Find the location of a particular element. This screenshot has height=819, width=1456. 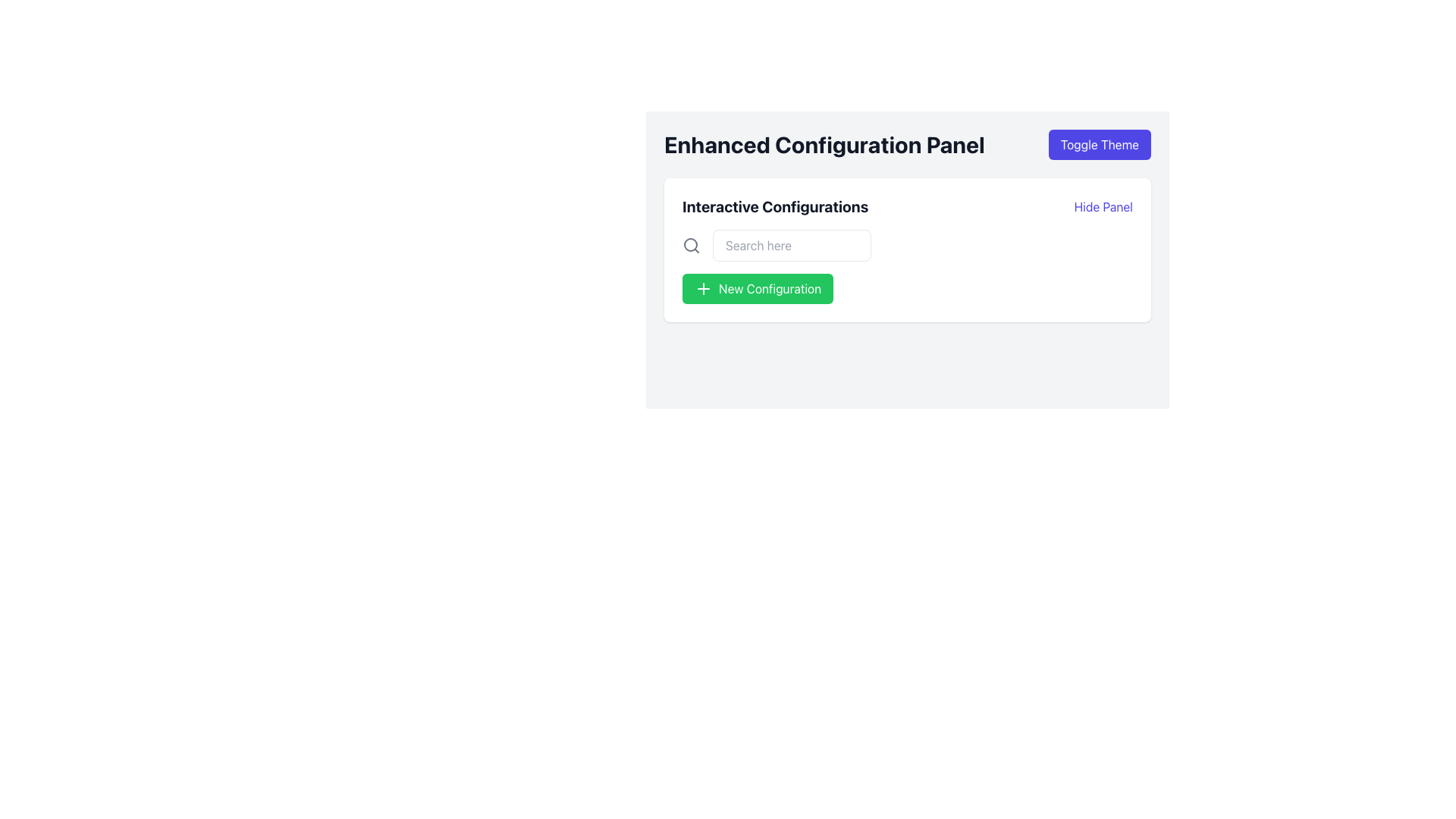

the magnifying glass icon, which indicates the search functionality for the 'Search here' text input field is located at coordinates (690, 244).